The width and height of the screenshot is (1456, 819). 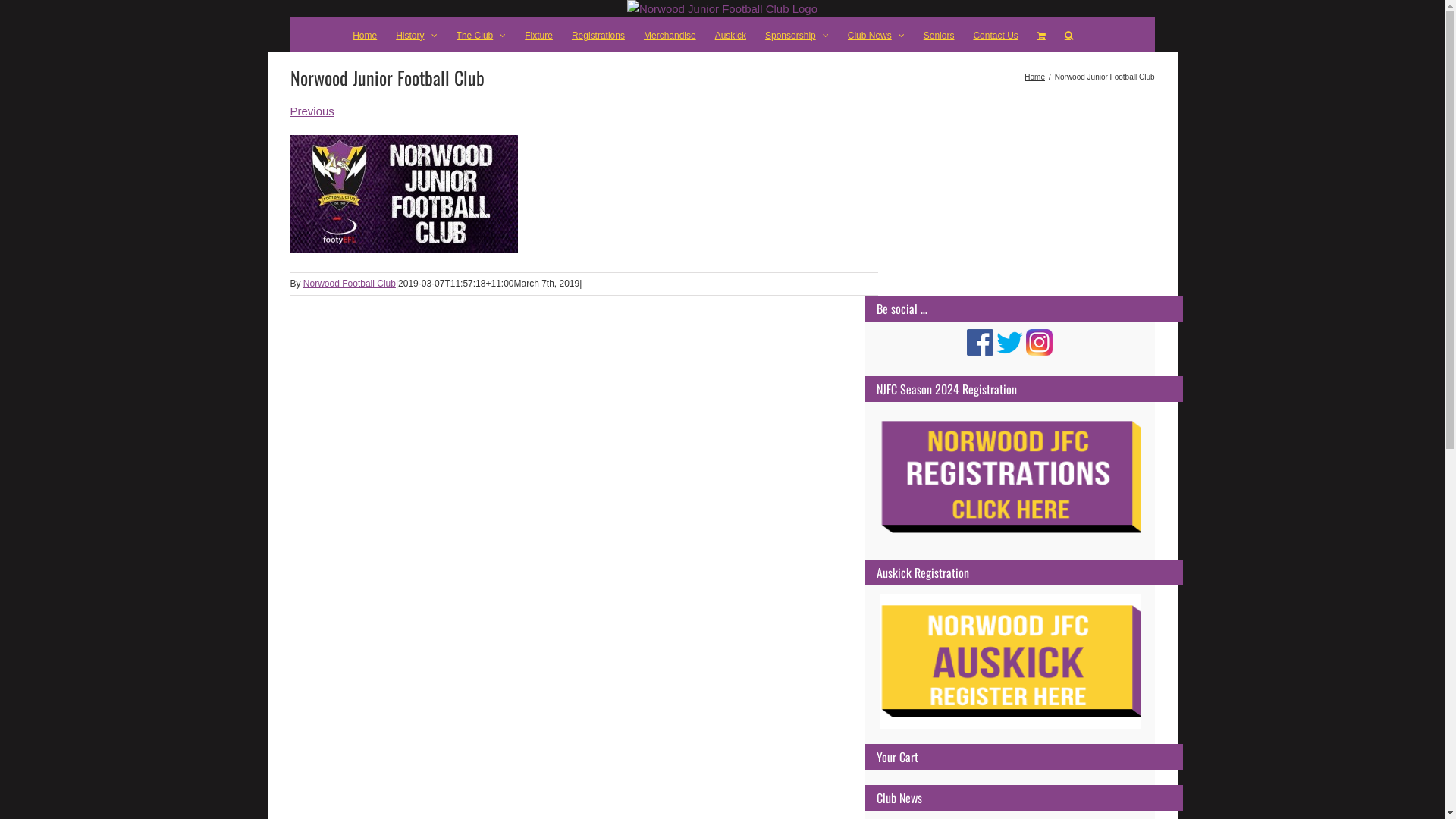 What do you see at coordinates (730, 34) in the screenshot?
I see `'Auskick'` at bounding box center [730, 34].